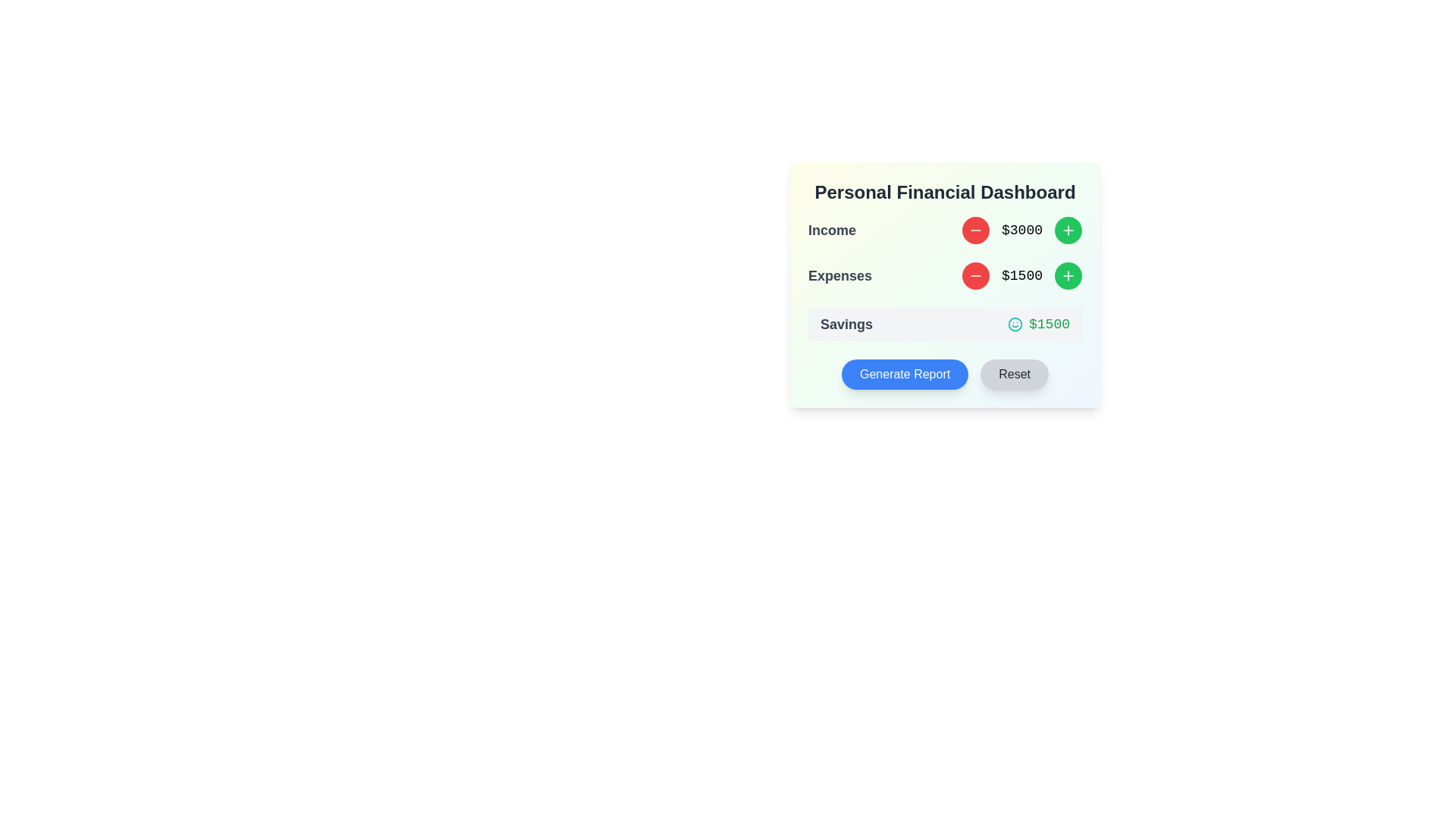  Describe the element at coordinates (905, 374) in the screenshot. I see `the rounded rectangular button with a vibrant blue background and white text that reads 'Generate Report'` at that location.